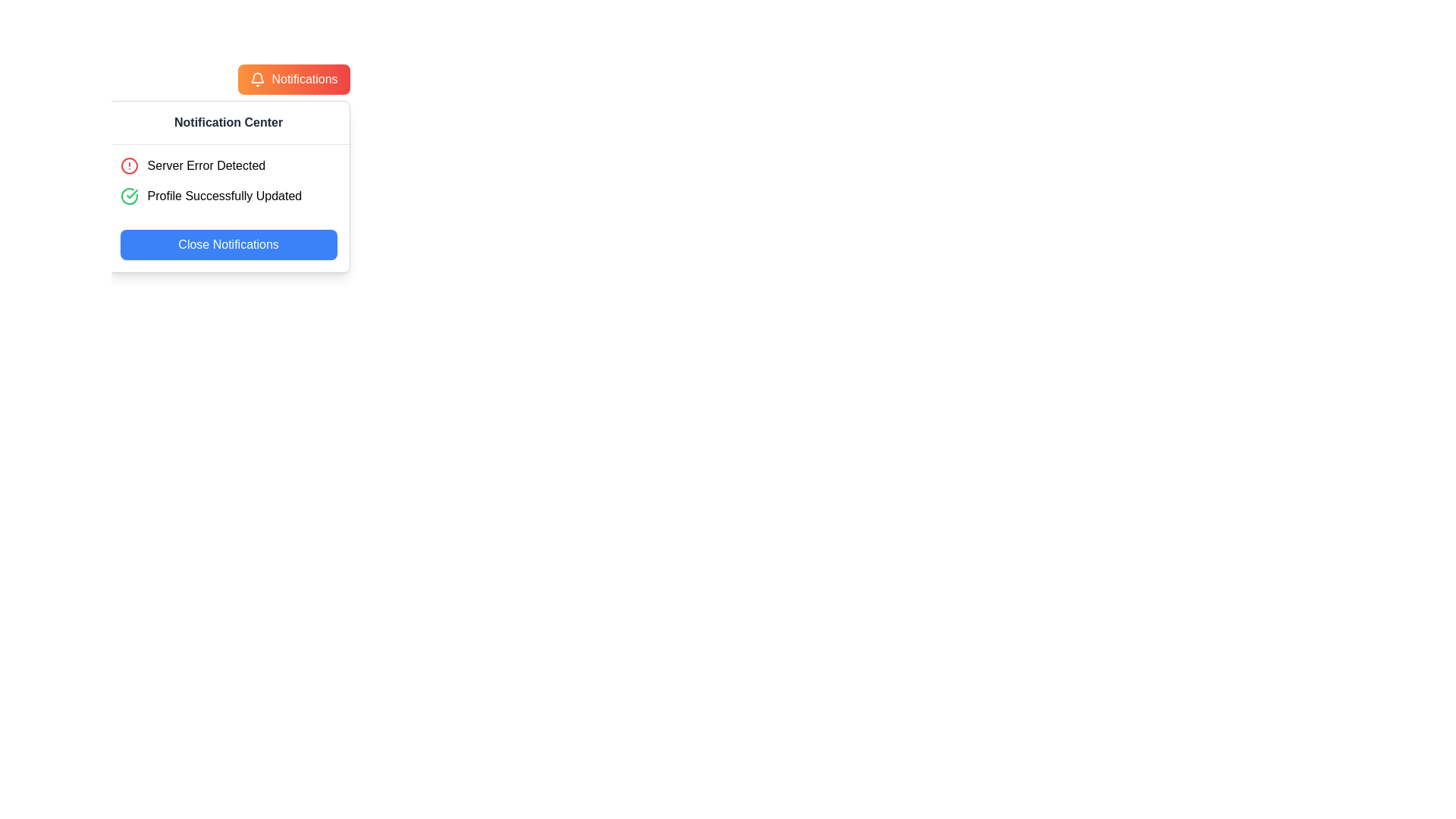 The image size is (1456, 819). Describe the element at coordinates (227, 244) in the screenshot. I see `the rectangular button with a blue background and white text that reads 'Close Notifications'` at that location.